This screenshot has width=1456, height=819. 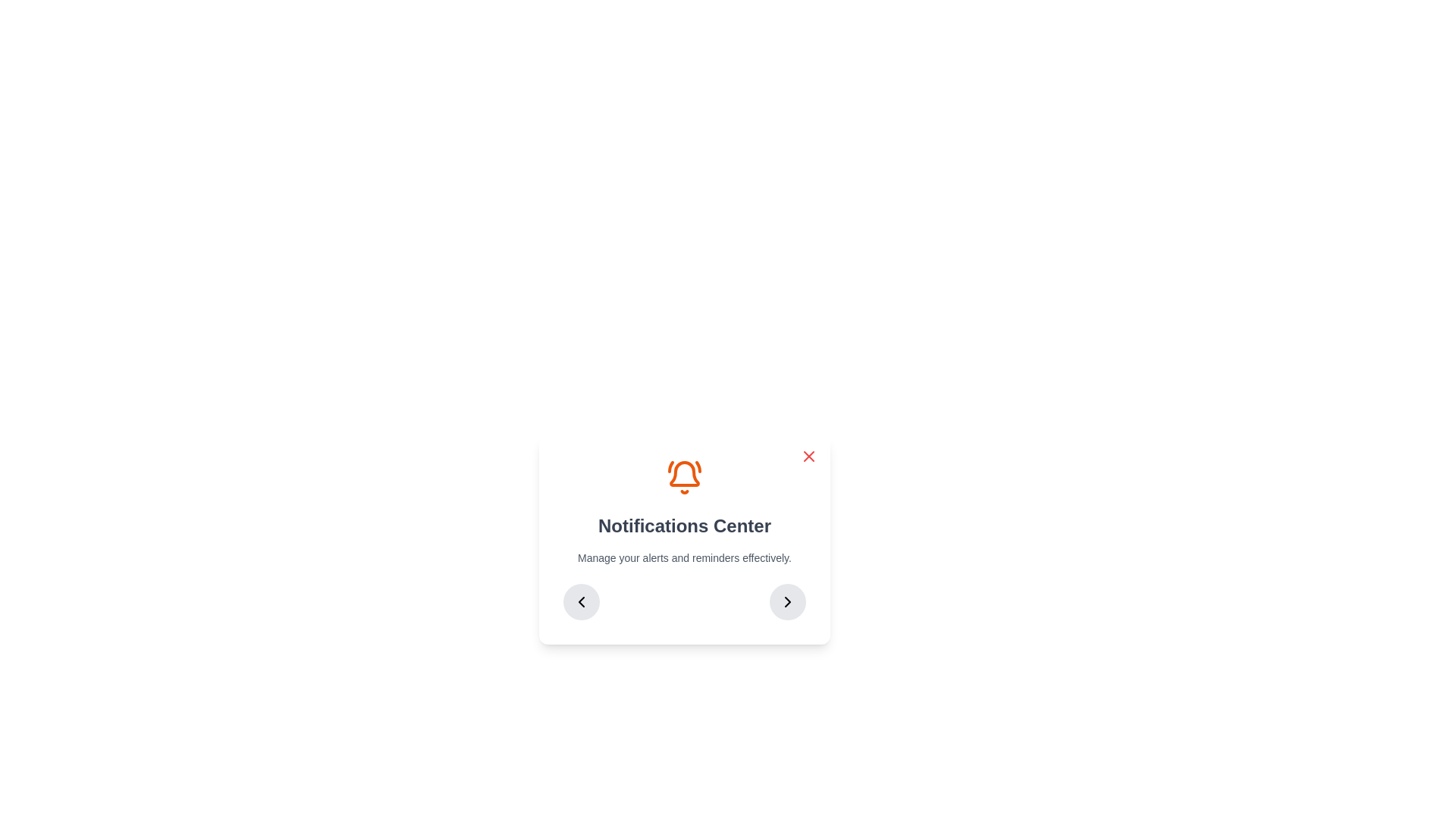 I want to click on the orange bell icon located at the top center of the Notifications Center panel, which is styled with a minimalist outline and filled with orange color, so click(x=683, y=476).